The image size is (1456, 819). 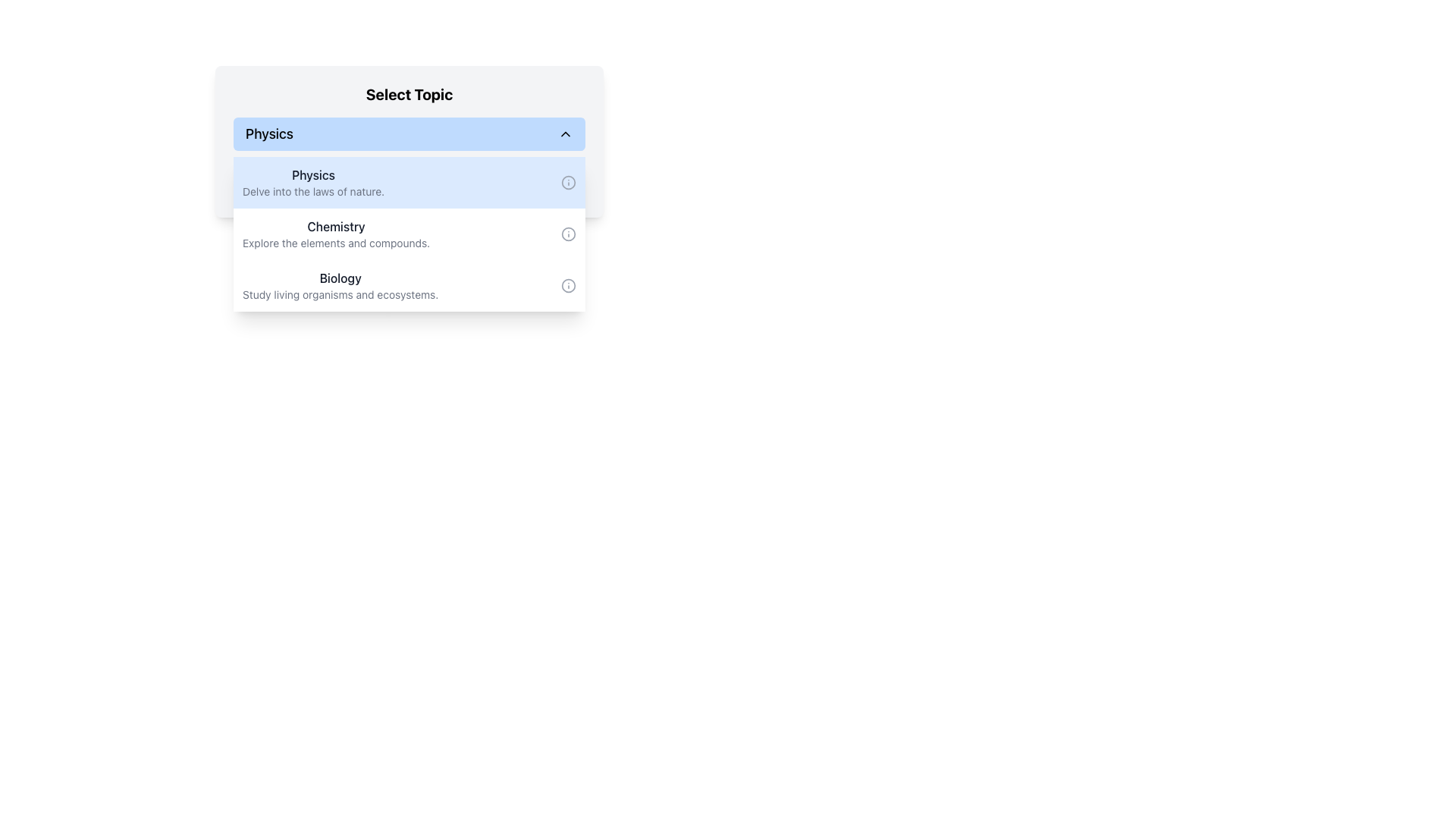 I want to click on the static text element that provides a brief description for the 'Biology' section within the dropdown menu, positioned directly below the 'Biology' section title, so click(x=340, y=295).